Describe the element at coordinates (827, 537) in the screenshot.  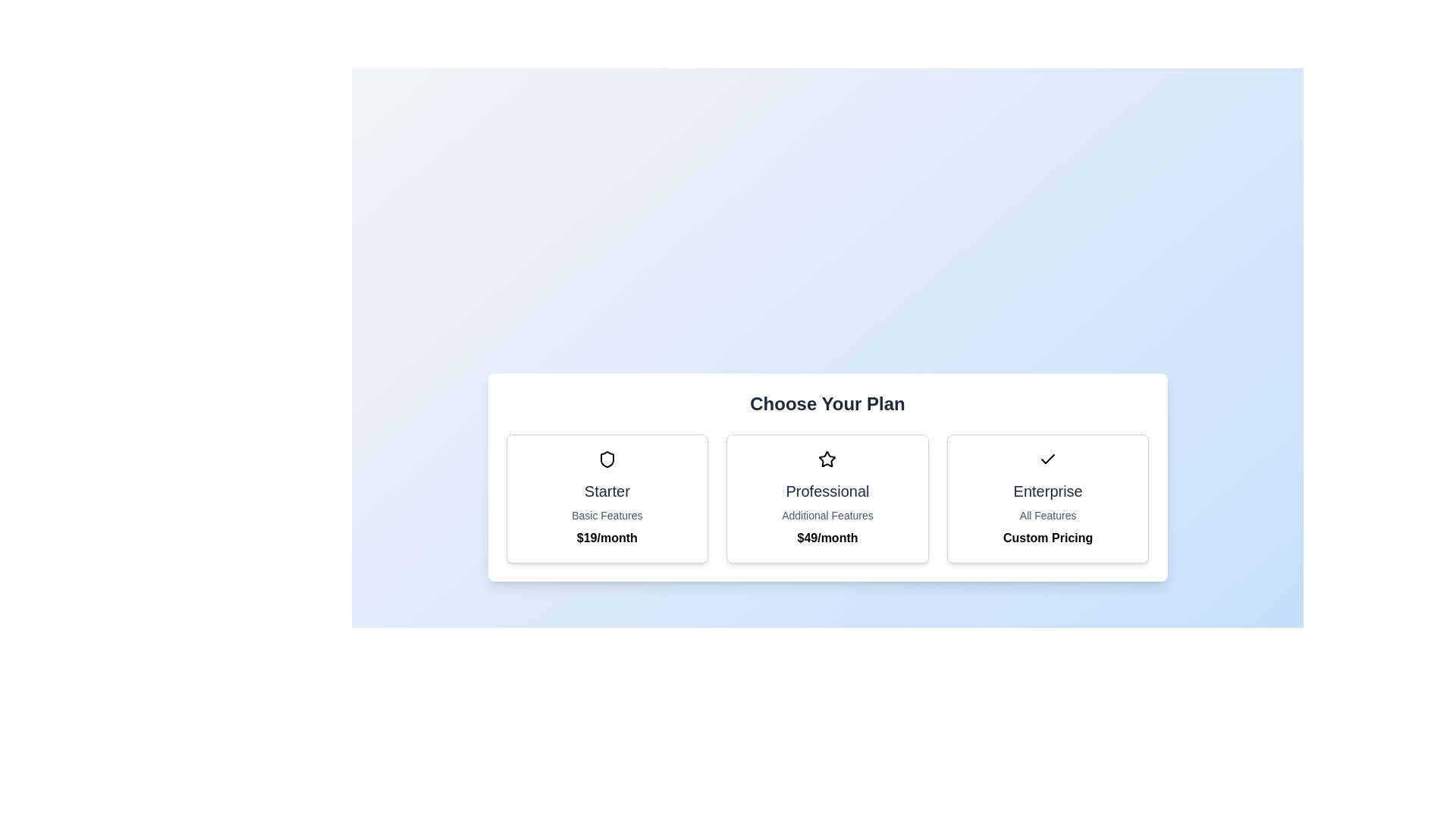
I see `the text label that displays the pricing information for the 'Professional' plan, located beneath the subtitle 'Additional Features' within its card` at that location.